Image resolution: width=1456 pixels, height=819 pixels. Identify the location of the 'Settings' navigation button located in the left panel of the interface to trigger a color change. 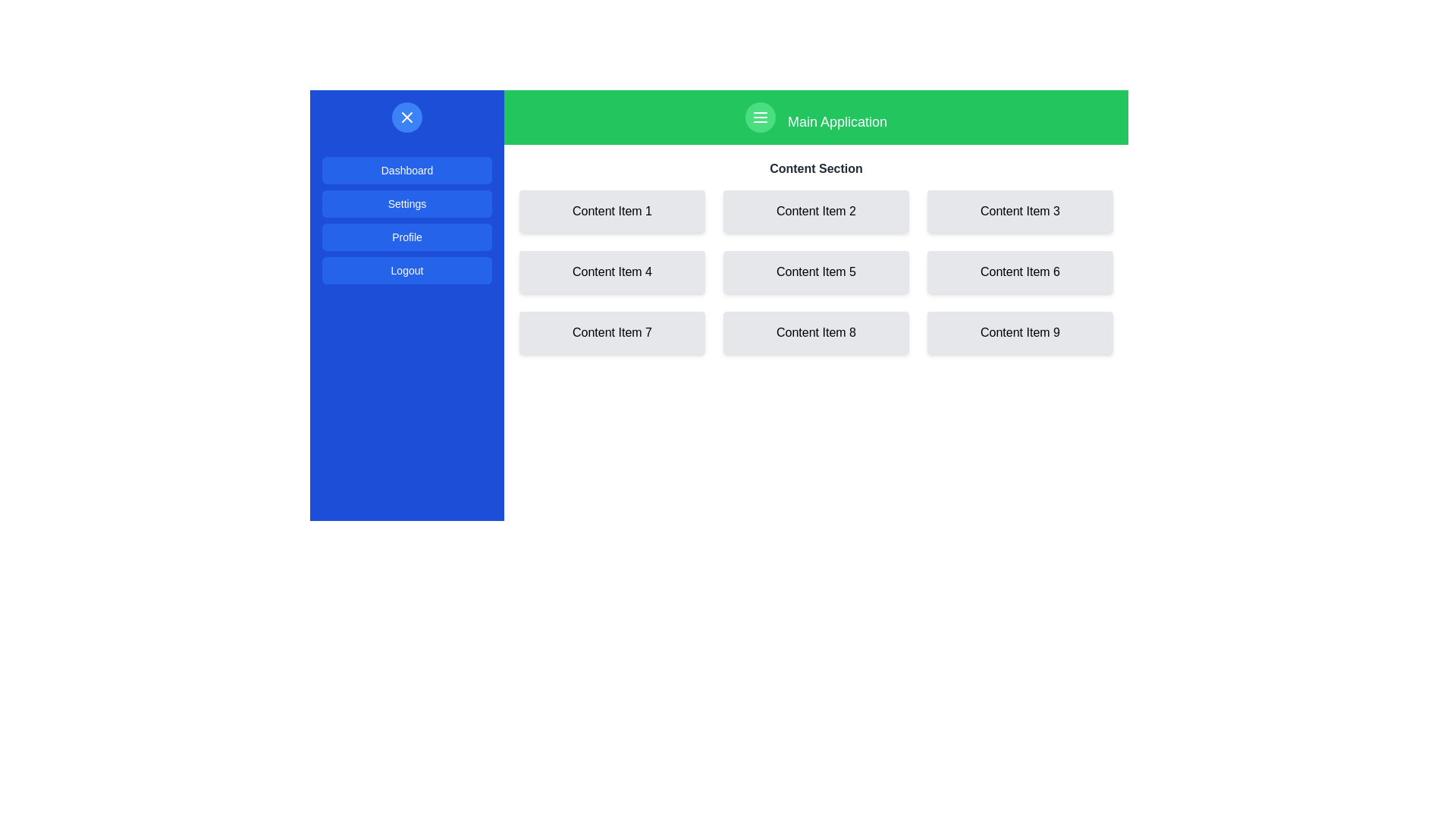
(407, 203).